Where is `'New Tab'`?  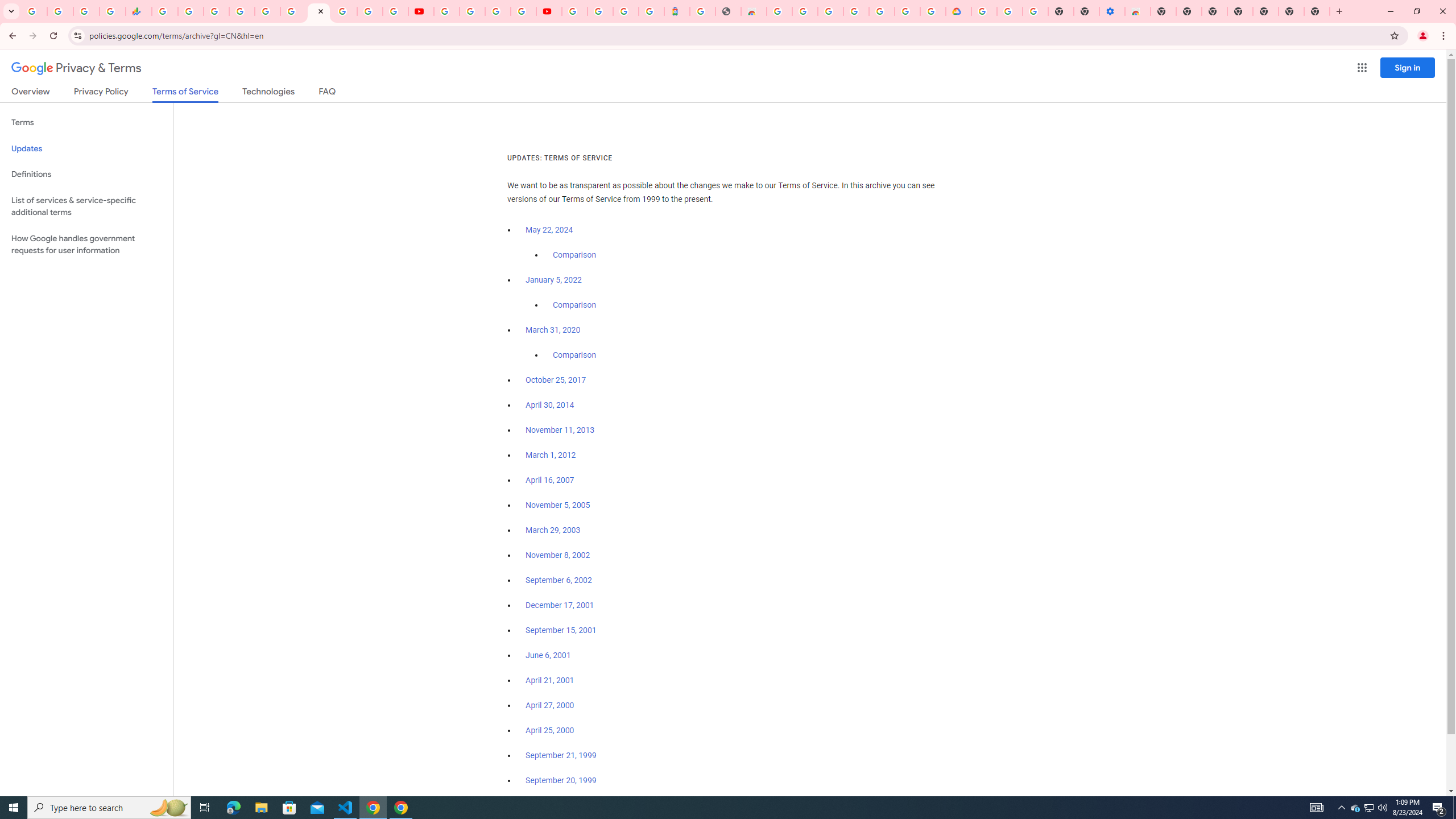
'New Tab' is located at coordinates (1265, 11).